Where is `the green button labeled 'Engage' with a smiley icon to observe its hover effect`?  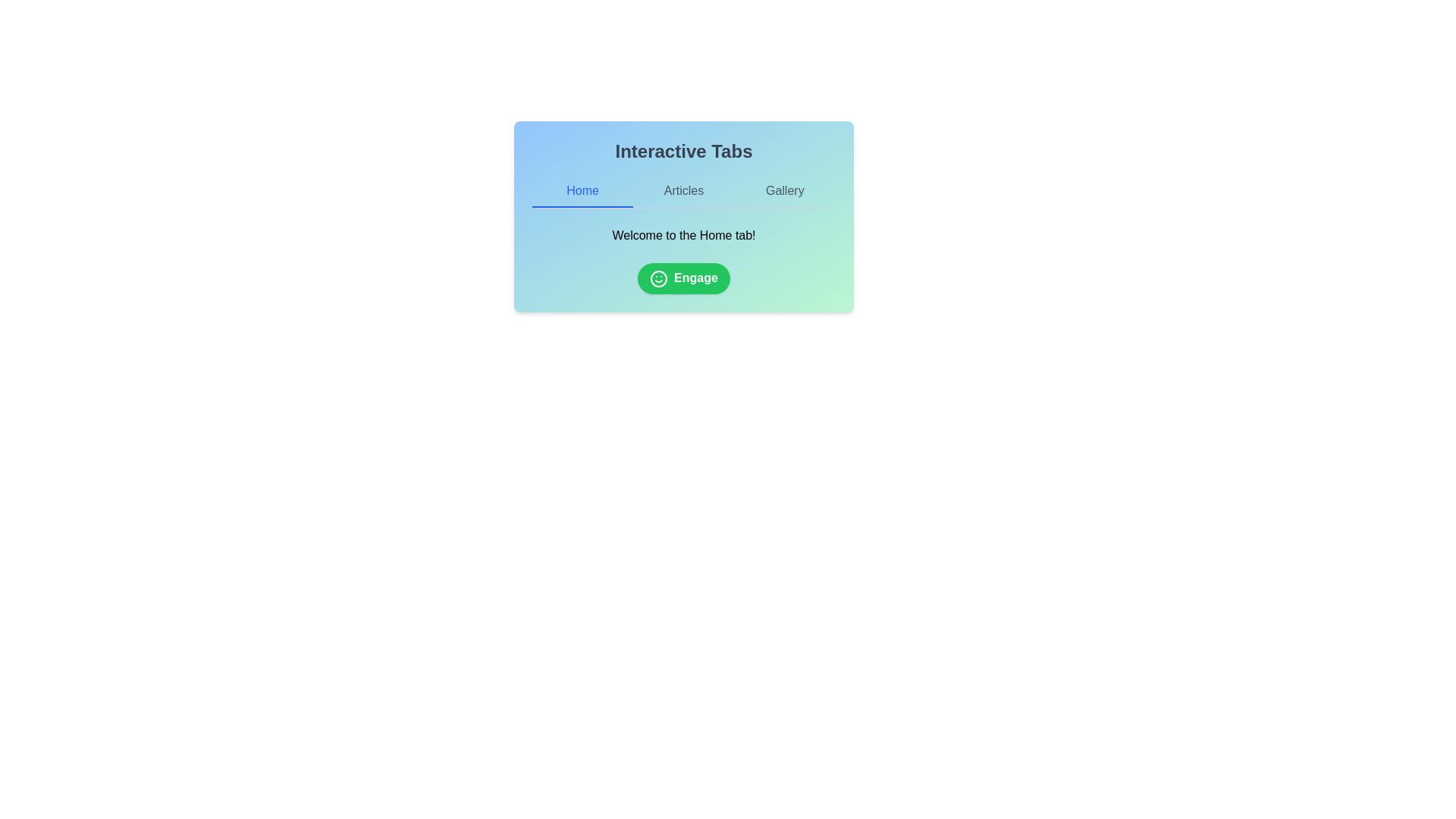 the green button labeled 'Engage' with a smiley icon to observe its hover effect is located at coordinates (683, 278).